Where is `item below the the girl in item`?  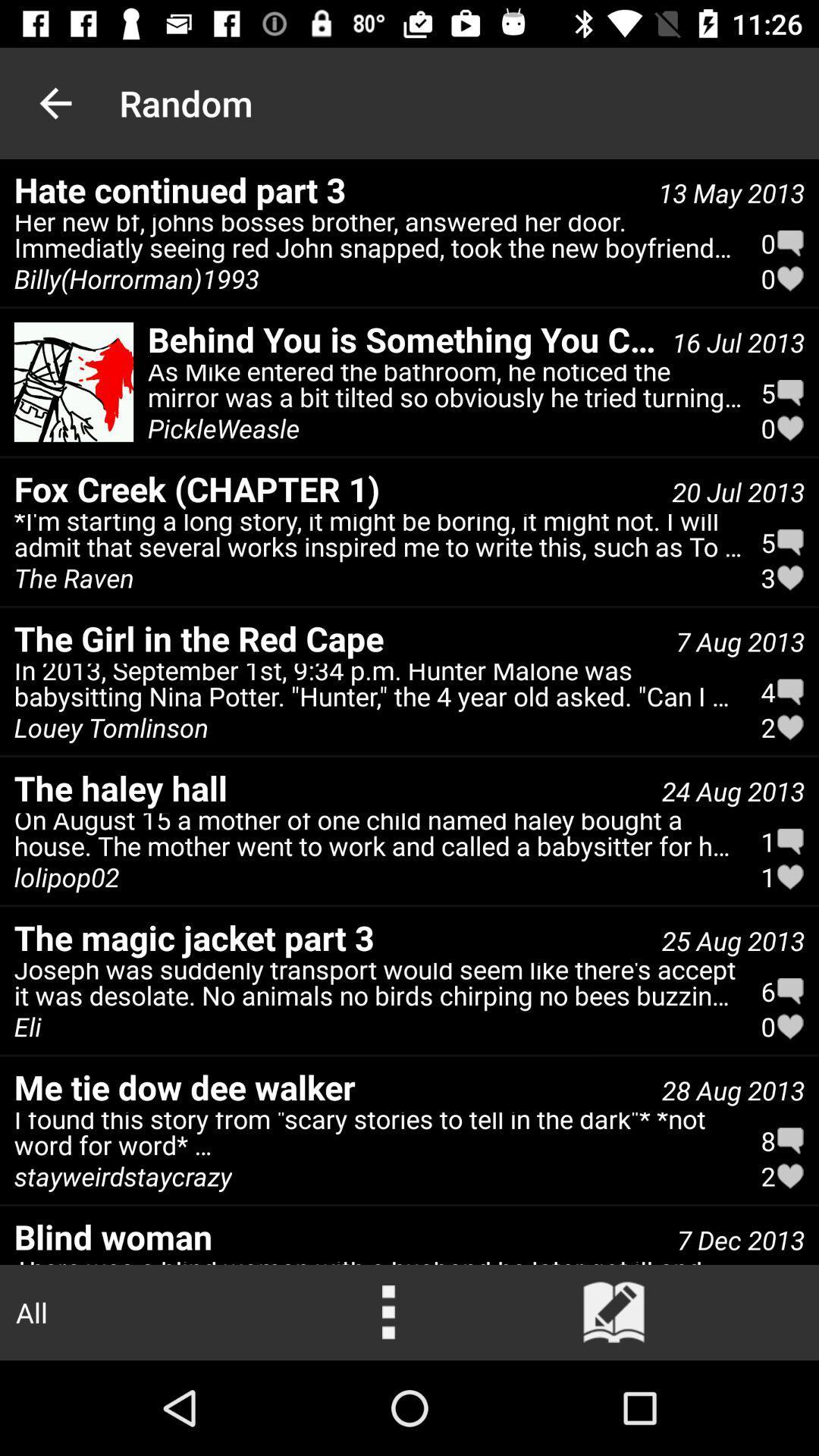 item below the the girl in item is located at coordinates (378, 688).